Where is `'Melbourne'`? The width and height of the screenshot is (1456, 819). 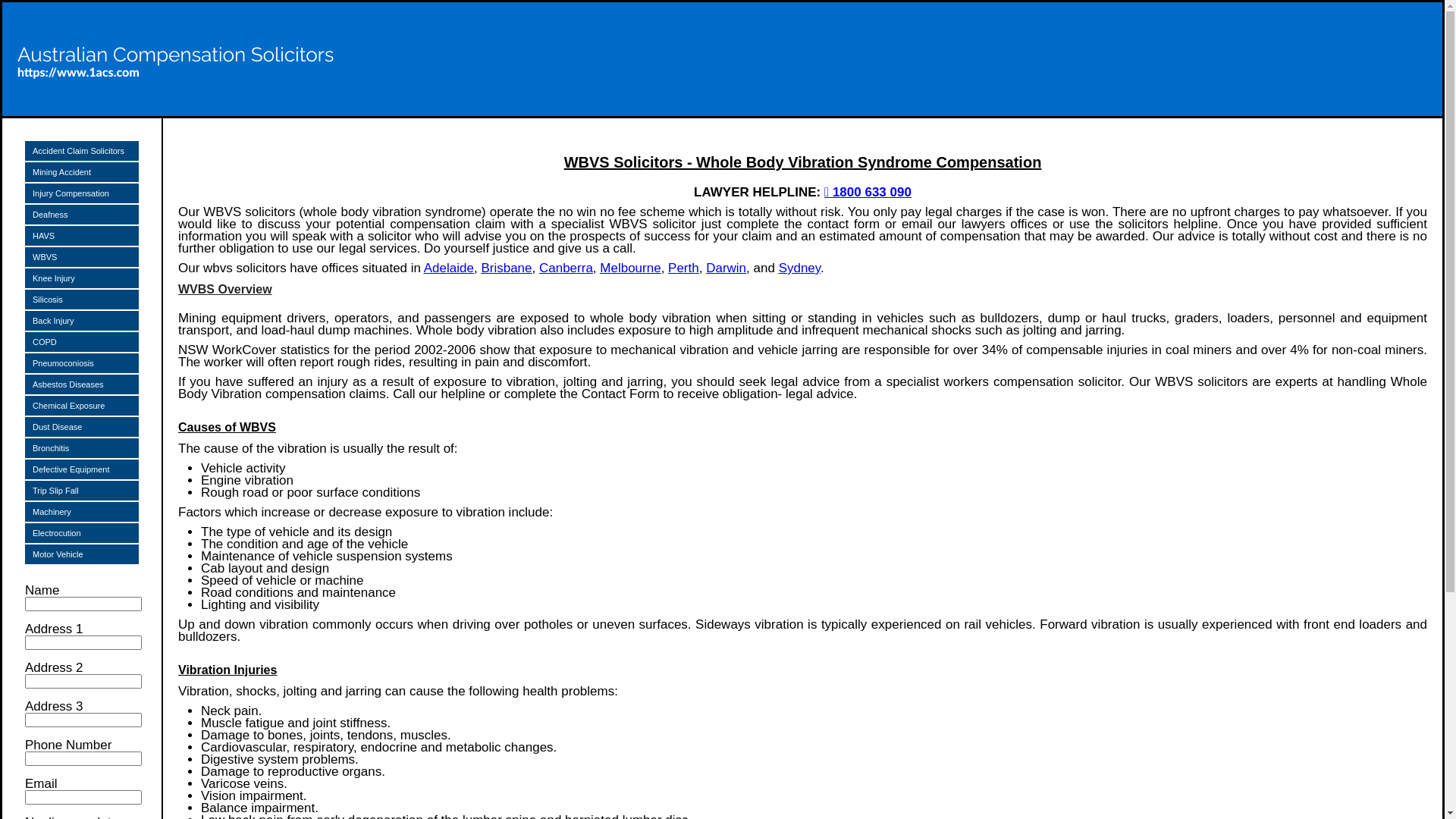
'Melbourne' is located at coordinates (629, 267).